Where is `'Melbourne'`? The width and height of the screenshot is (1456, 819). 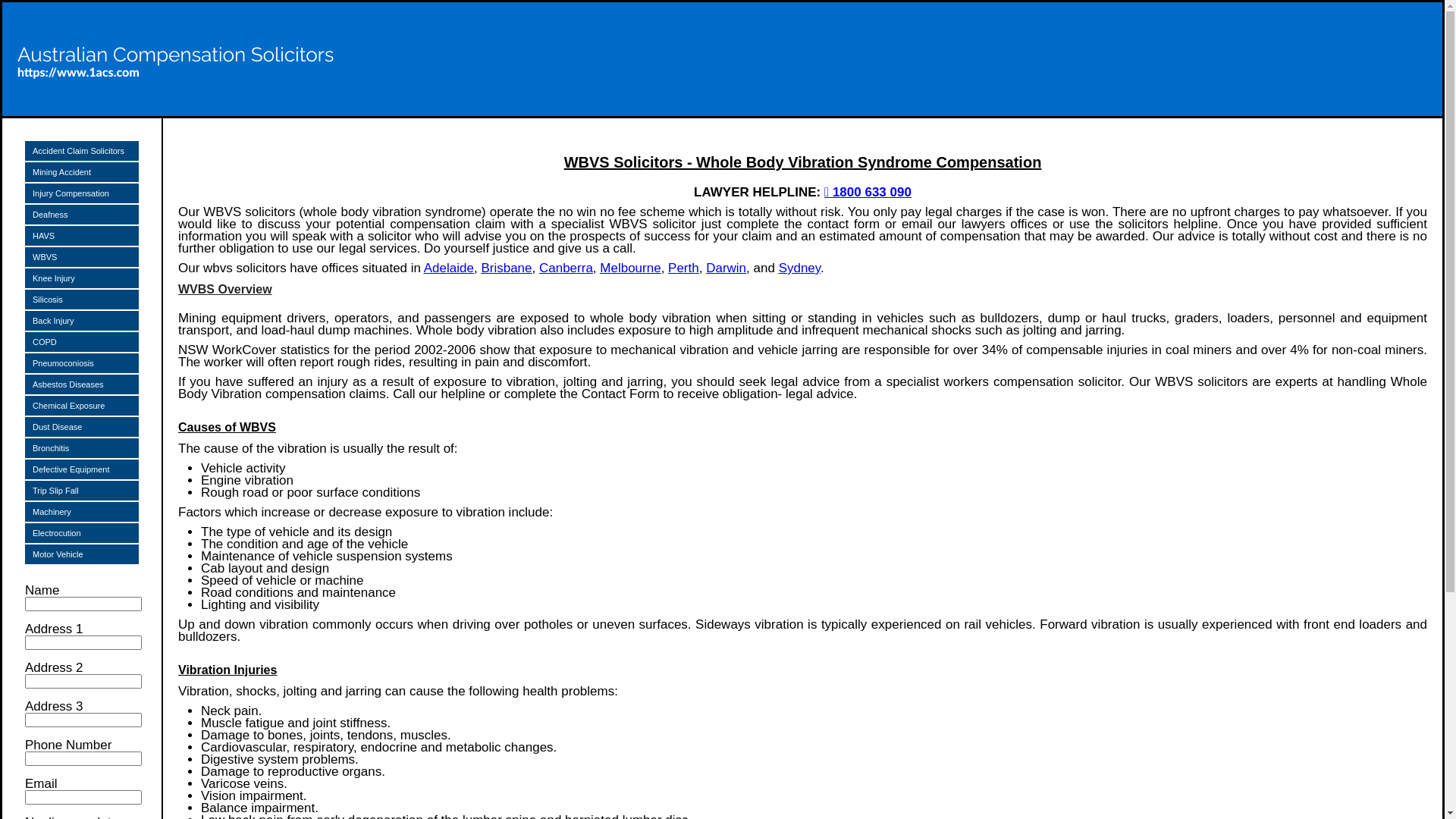
'Melbourne' is located at coordinates (629, 267).